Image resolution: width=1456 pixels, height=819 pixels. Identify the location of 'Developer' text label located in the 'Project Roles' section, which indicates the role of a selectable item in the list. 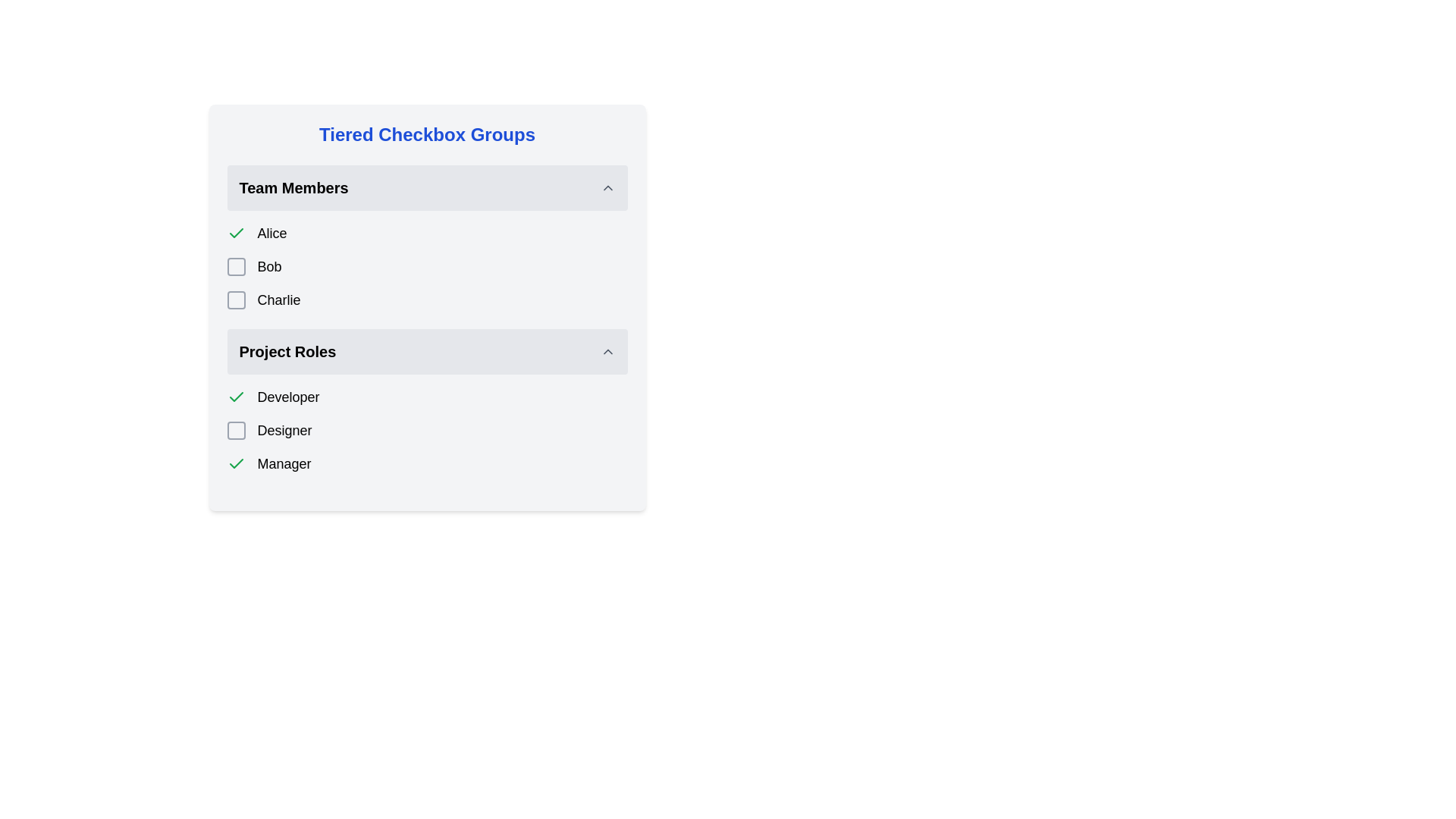
(288, 397).